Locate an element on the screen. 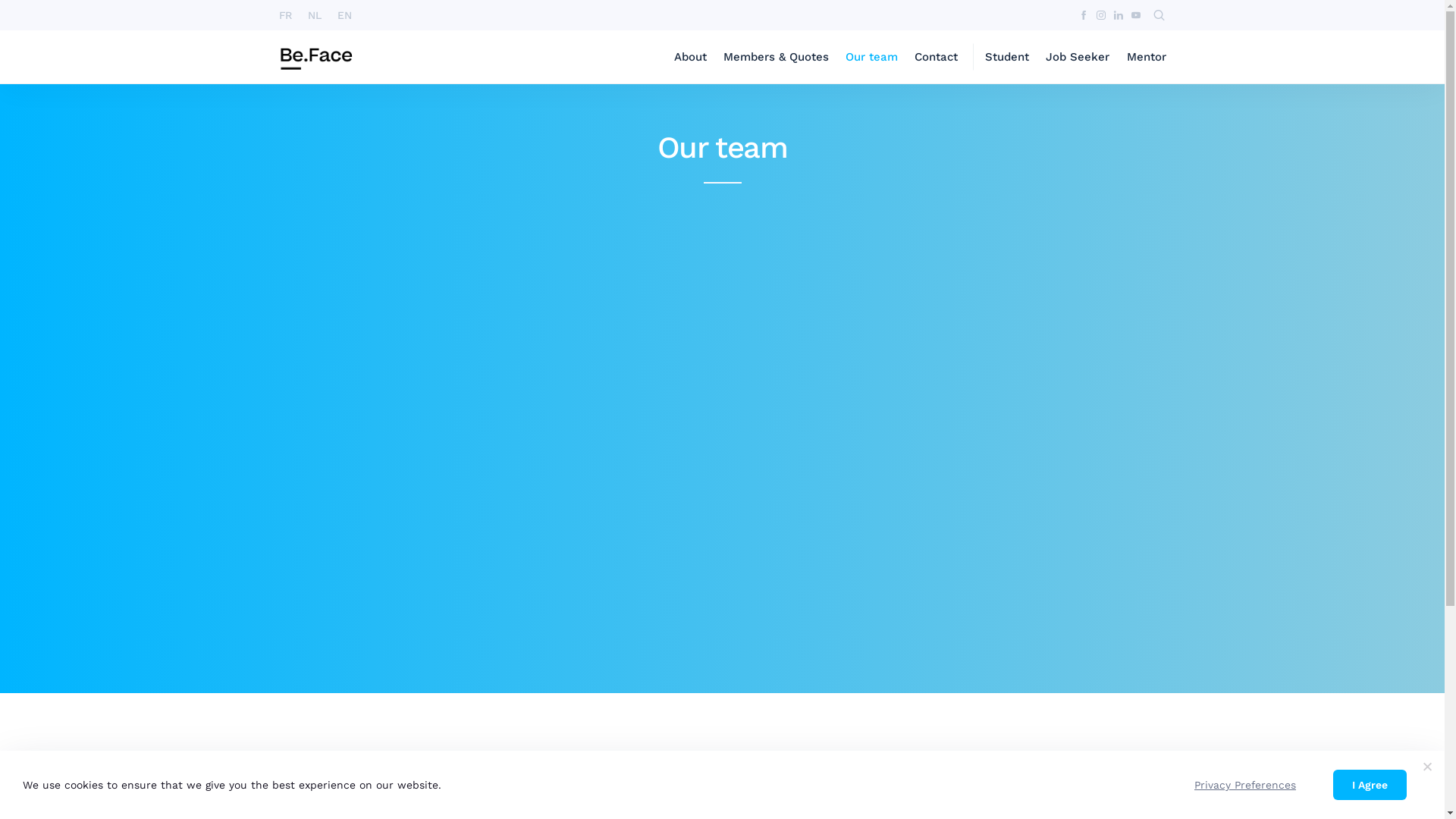 The height and width of the screenshot is (819, 1456). 'Contact' is located at coordinates (935, 55).